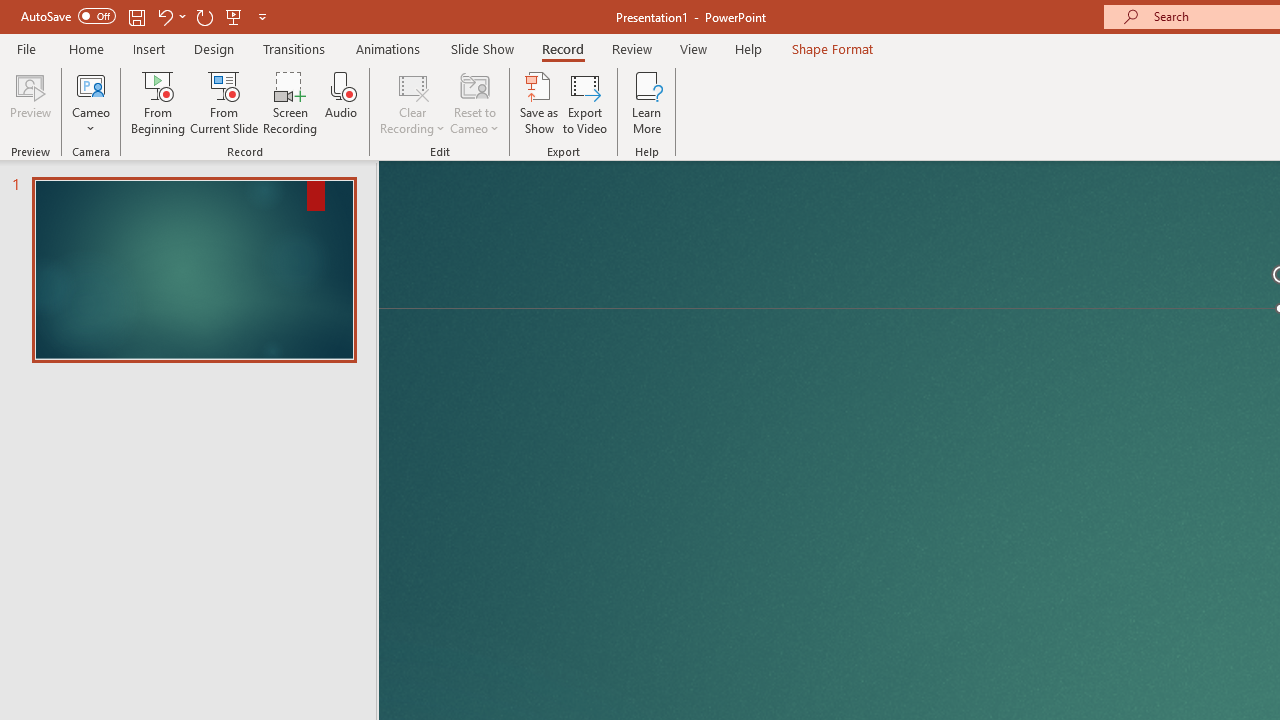 The image size is (1280, 720). Describe the element at coordinates (289, 103) in the screenshot. I see `'Screen Recording'` at that location.